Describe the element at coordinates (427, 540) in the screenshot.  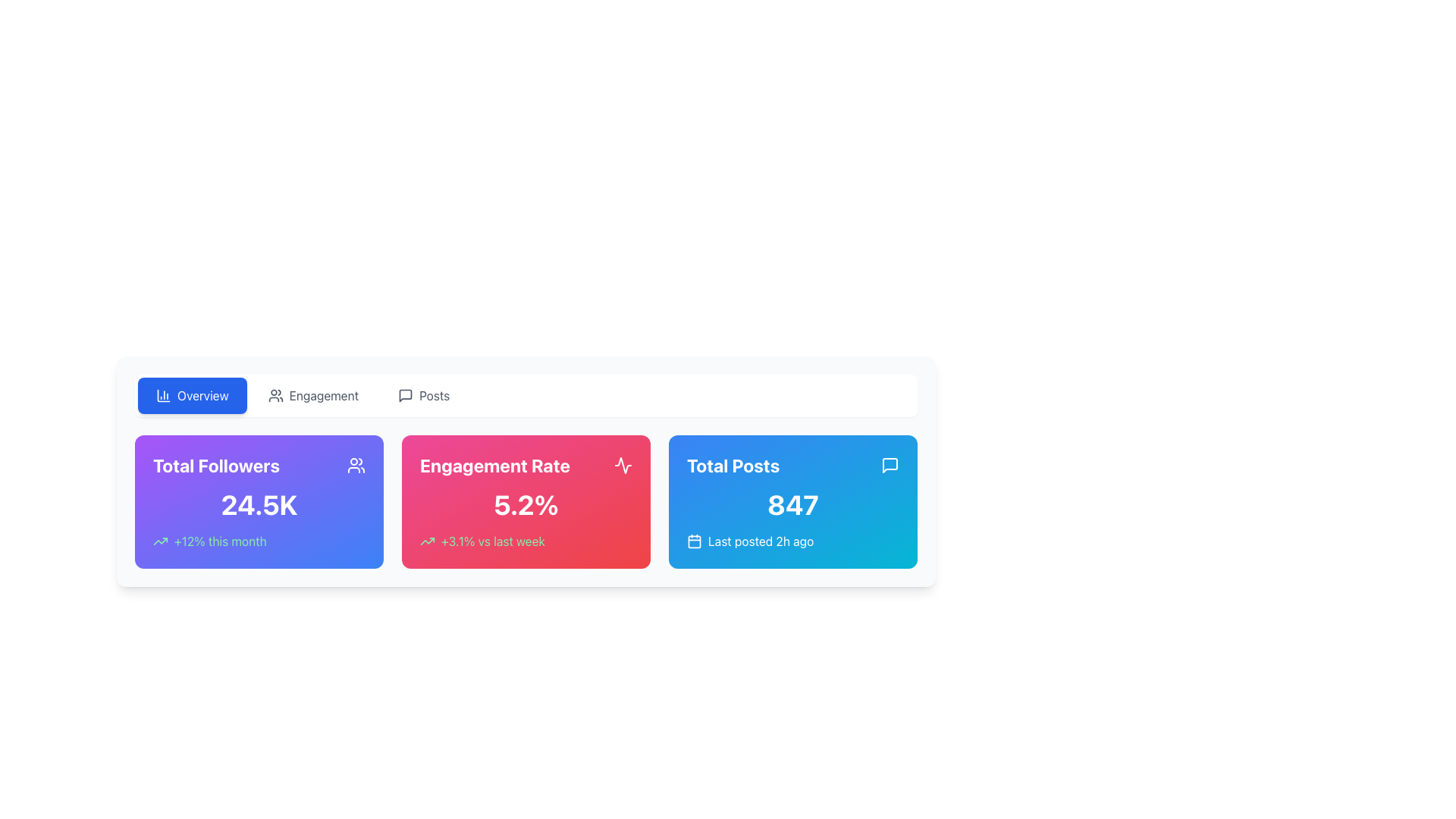
I see `the upward trend icon located in the 'Engagement Rate' card, positioned to the left of the text '+3.1% vs last week'` at that location.